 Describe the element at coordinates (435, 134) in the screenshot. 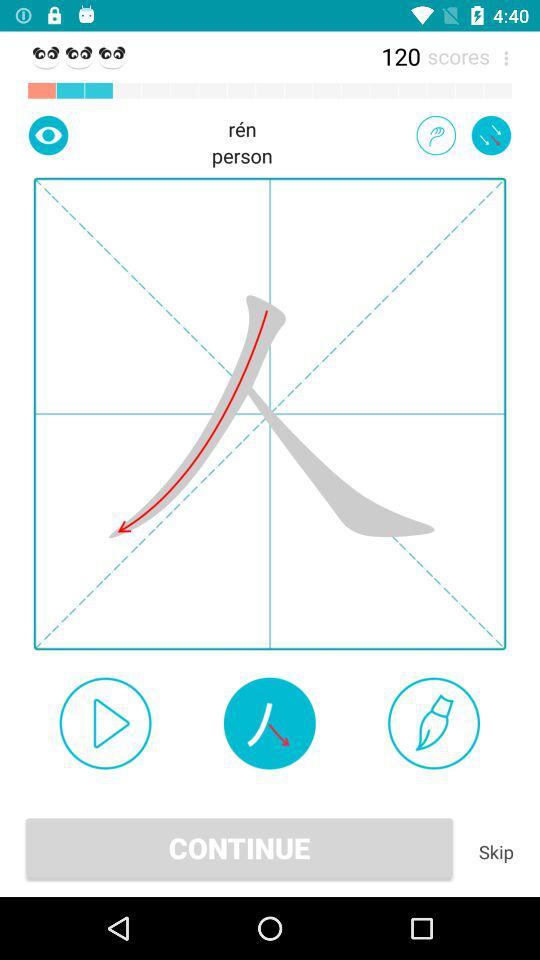

I see `the item to the right of person icon` at that location.